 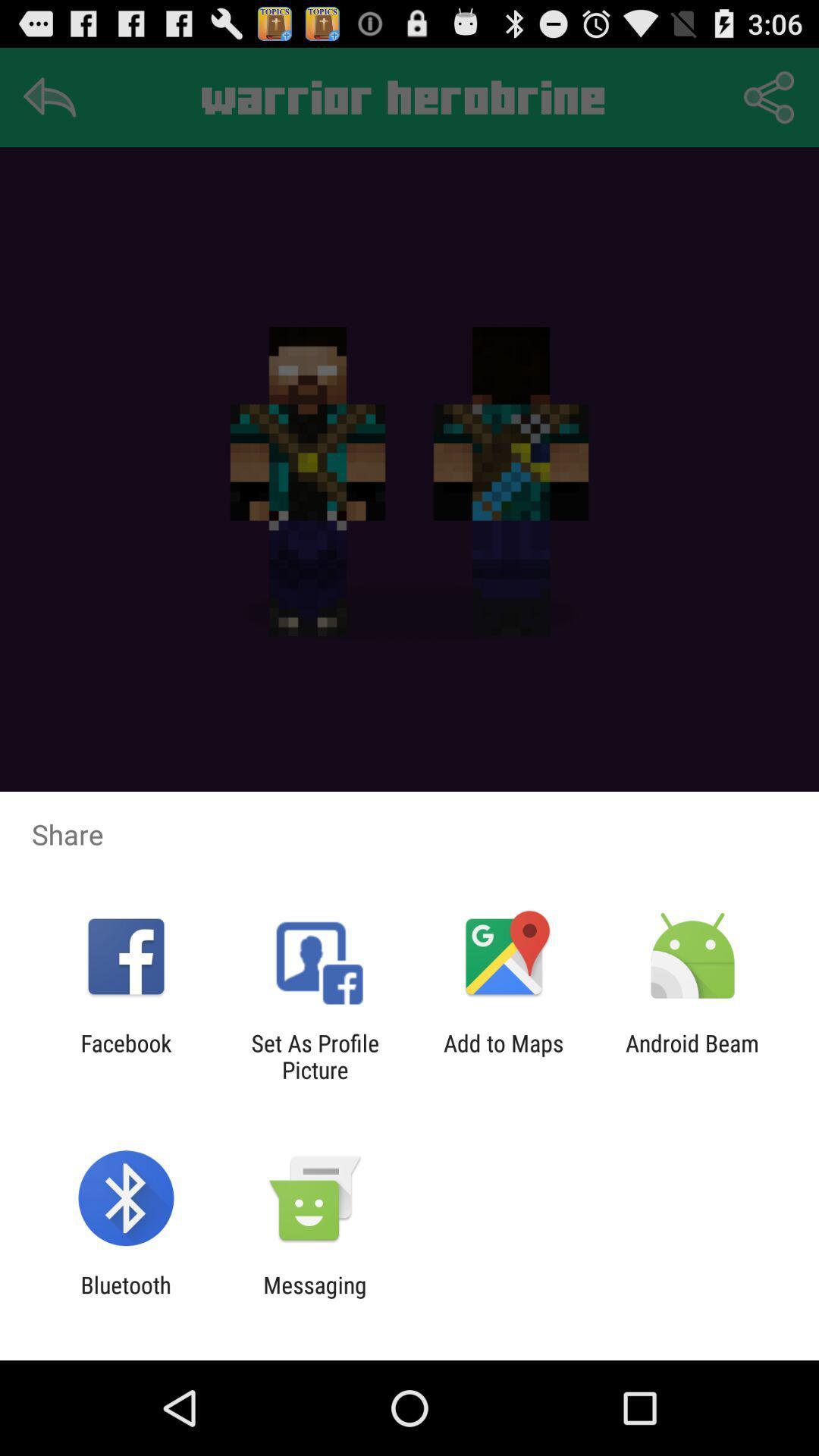 I want to click on the item next to messaging icon, so click(x=125, y=1298).